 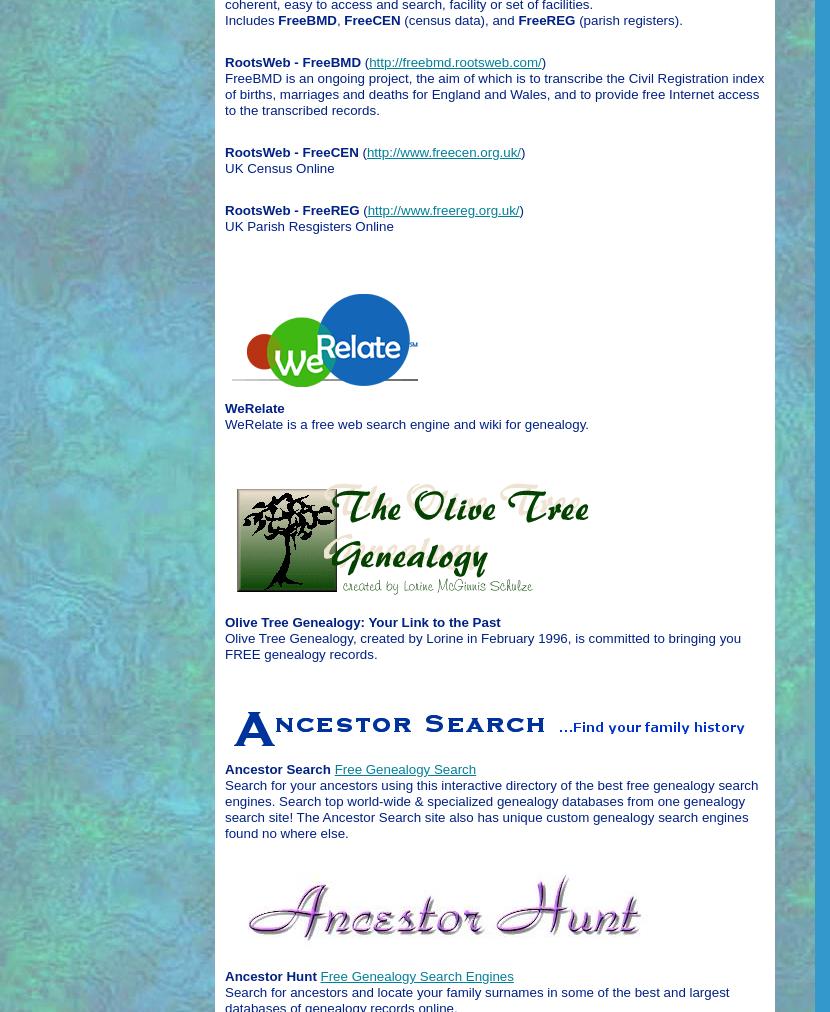 What do you see at coordinates (367, 209) in the screenshot?
I see `'http://www.freereg.org.uk/'` at bounding box center [367, 209].